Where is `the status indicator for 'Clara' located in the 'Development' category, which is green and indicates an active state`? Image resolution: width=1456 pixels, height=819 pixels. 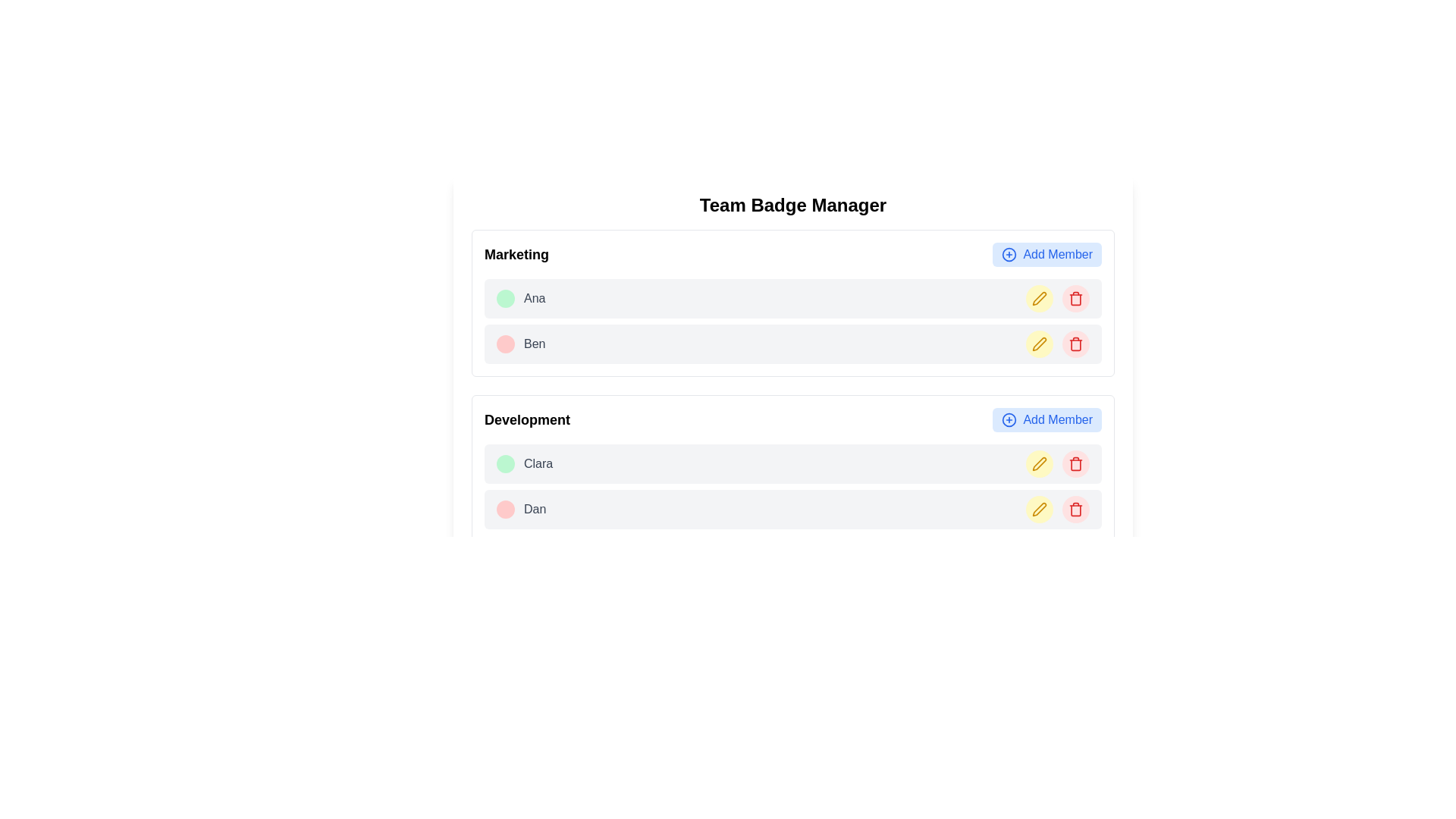 the status indicator for 'Clara' located in the 'Development' category, which is green and indicates an active state is located at coordinates (514, 466).